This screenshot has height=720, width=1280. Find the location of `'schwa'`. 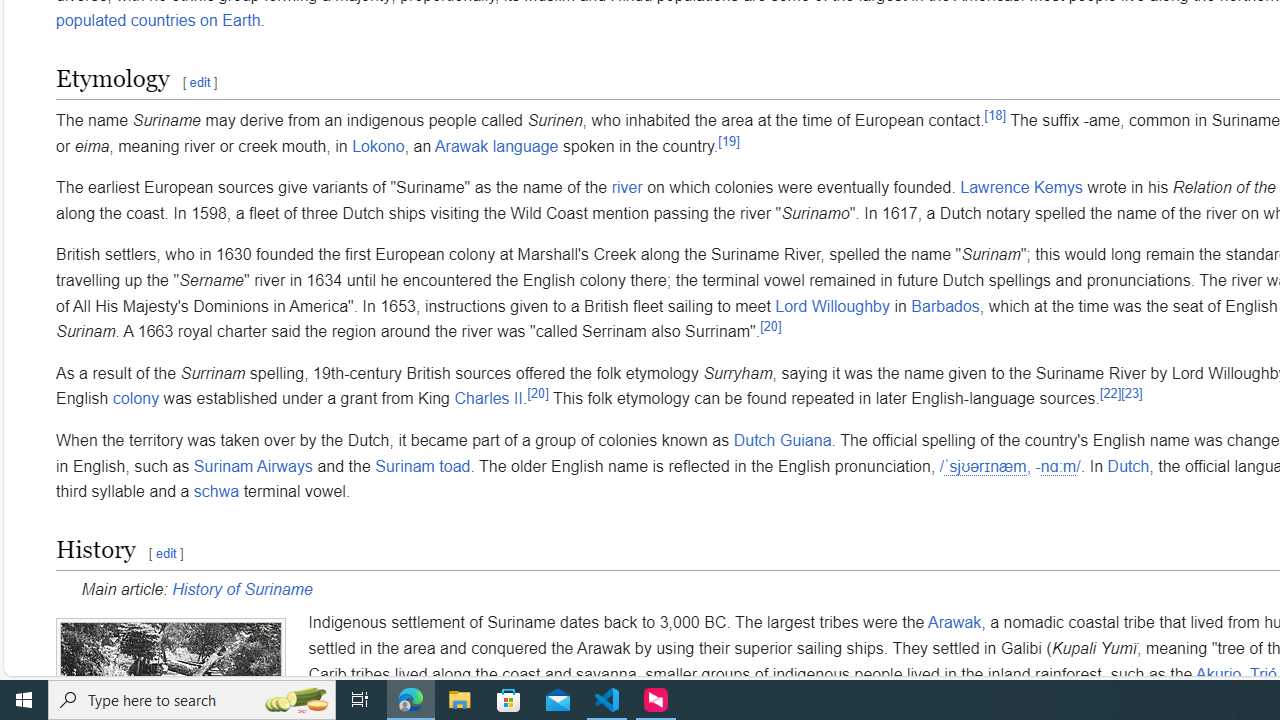

'schwa' is located at coordinates (216, 492).